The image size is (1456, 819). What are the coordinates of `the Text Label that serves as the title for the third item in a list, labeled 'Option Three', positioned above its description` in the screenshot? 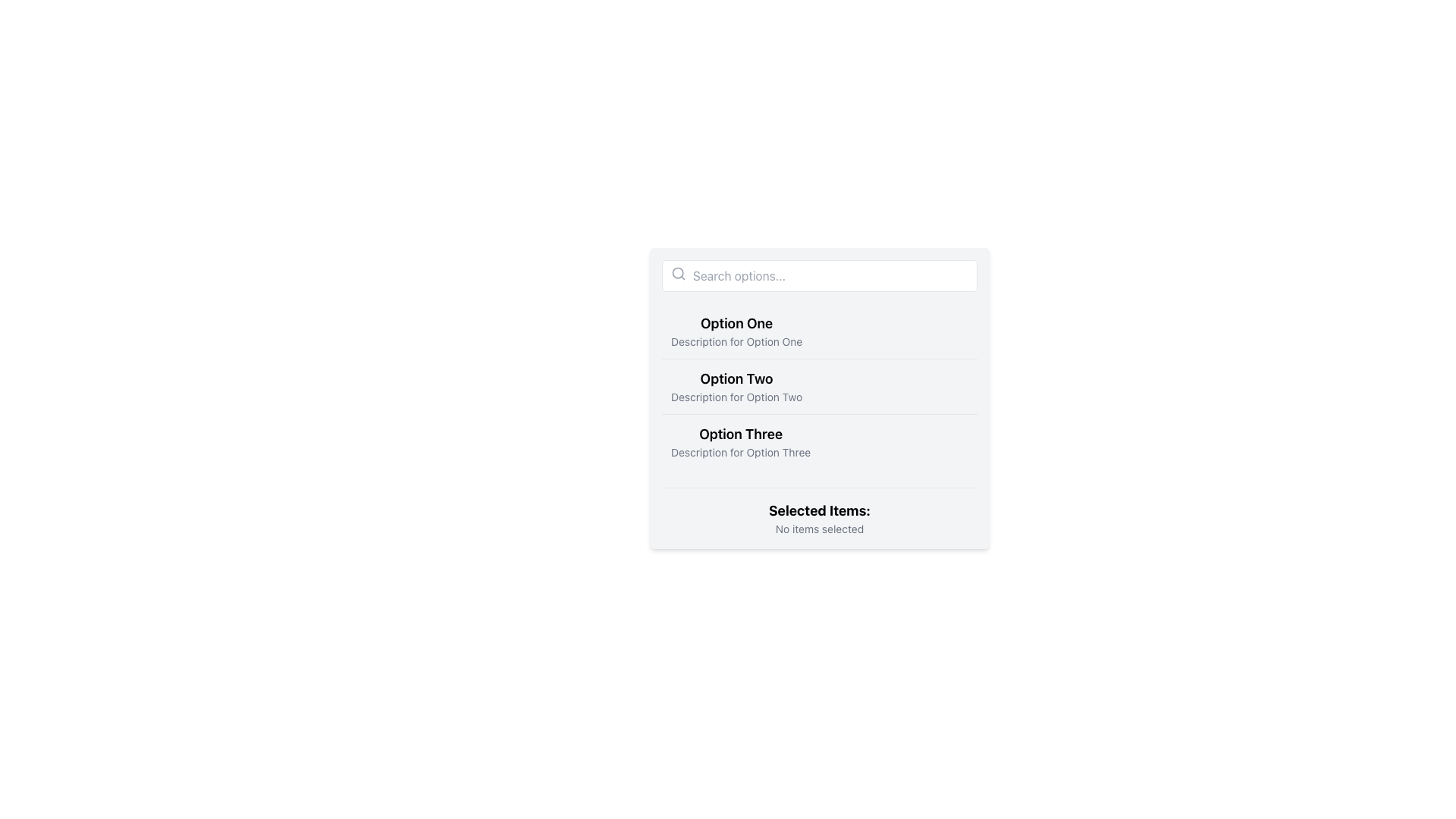 It's located at (741, 435).